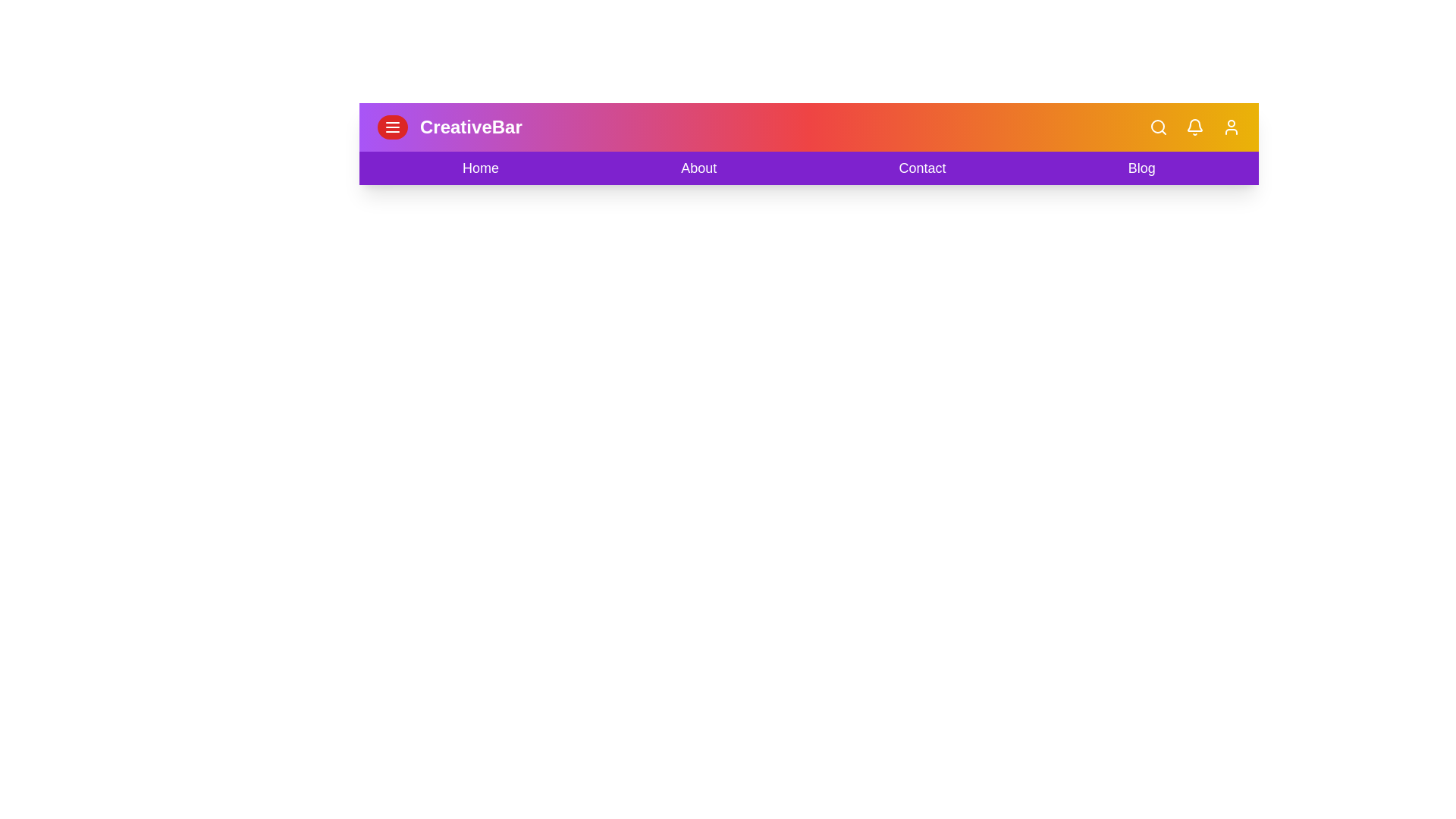 The height and width of the screenshot is (819, 1456). I want to click on the menu item About to observe its hover effect, so click(698, 168).